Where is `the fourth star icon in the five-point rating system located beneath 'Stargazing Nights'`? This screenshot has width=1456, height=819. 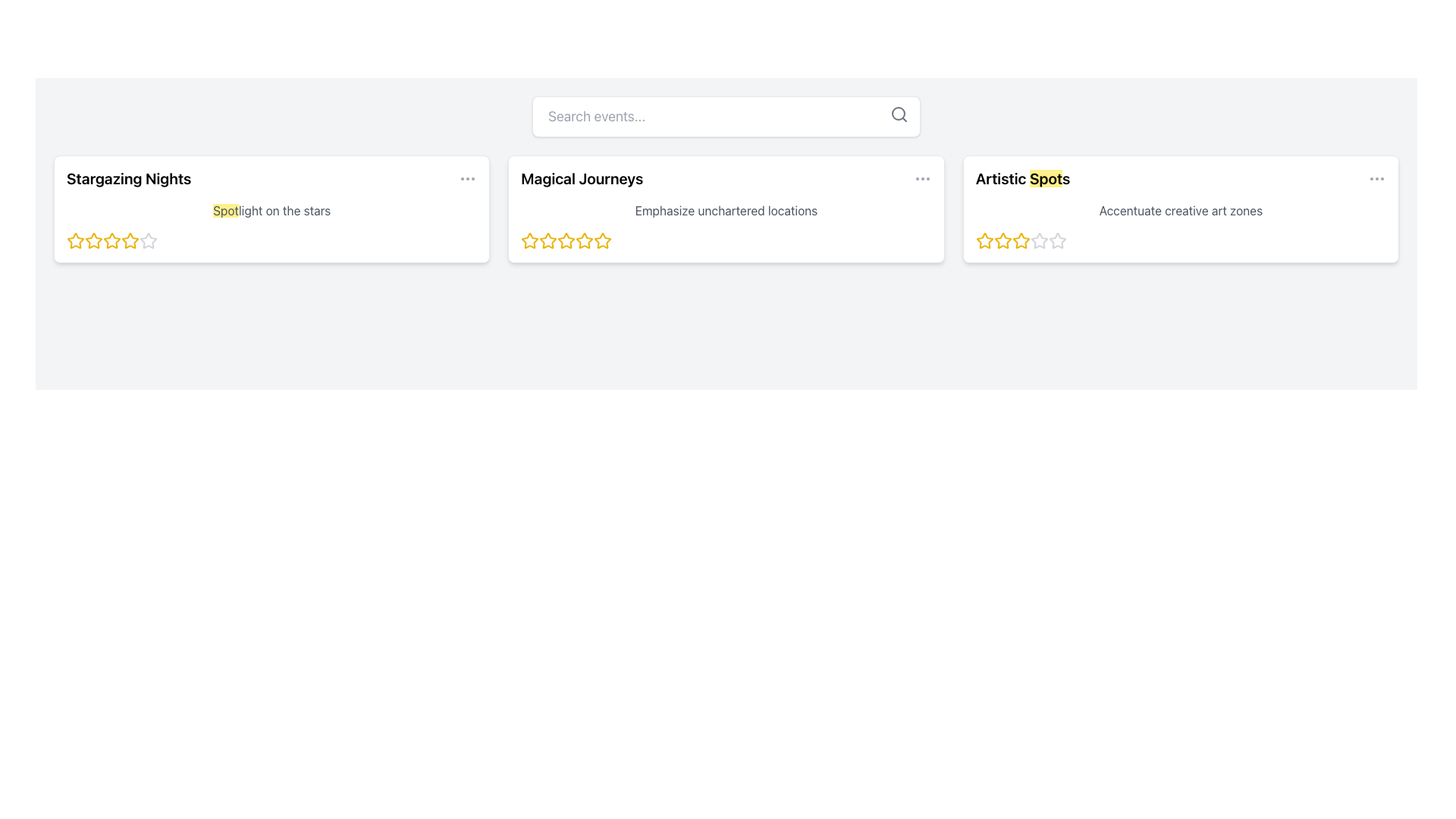
the fourth star icon in the five-point rating system located beneath 'Stargazing Nights' is located at coordinates (111, 240).